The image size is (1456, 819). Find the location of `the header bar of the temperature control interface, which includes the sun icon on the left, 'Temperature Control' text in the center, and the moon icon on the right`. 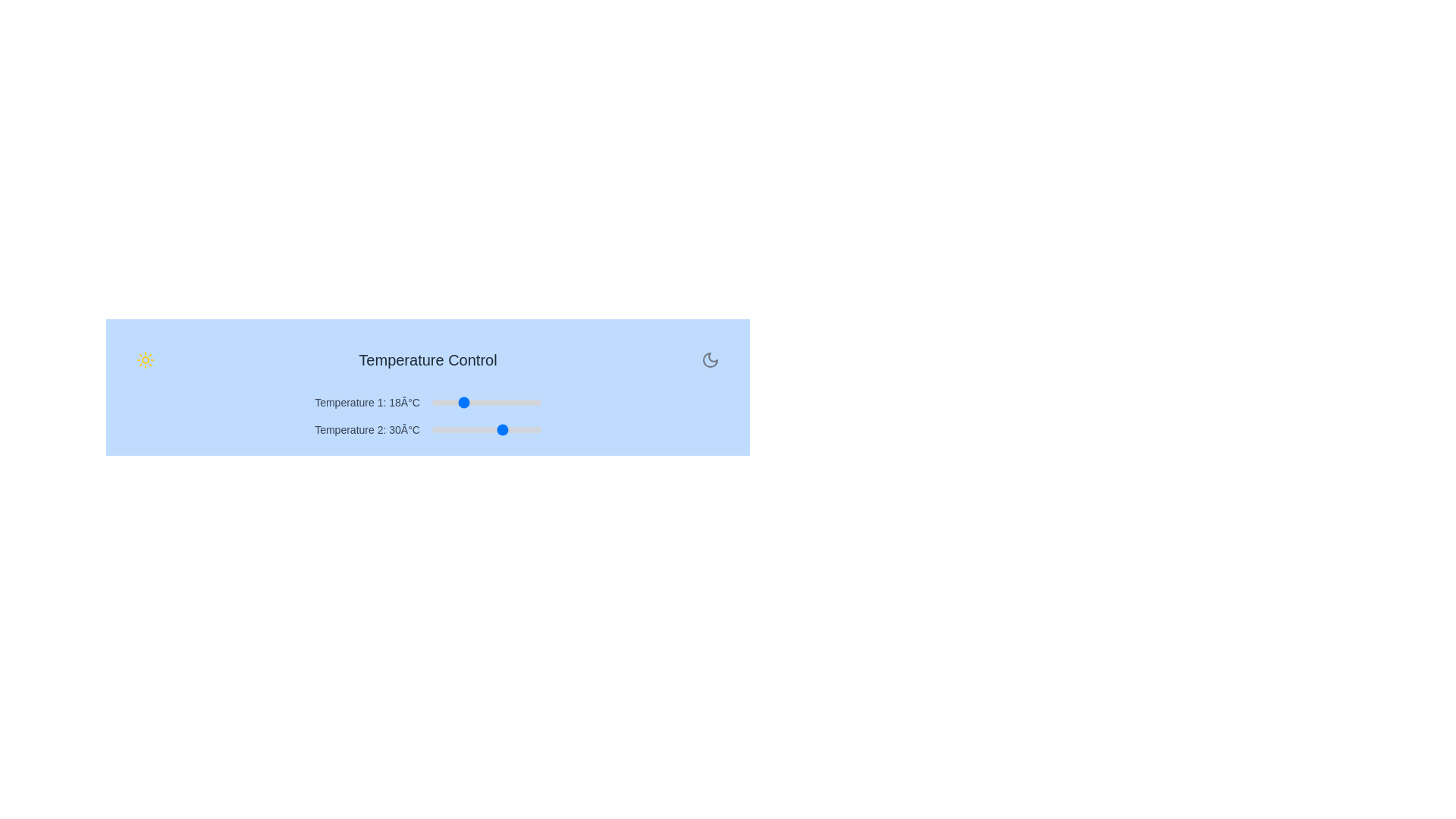

the header bar of the temperature control interface, which includes the sun icon on the left, 'Temperature Control' text in the center, and the moon icon on the right is located at coordinates (427, 359).